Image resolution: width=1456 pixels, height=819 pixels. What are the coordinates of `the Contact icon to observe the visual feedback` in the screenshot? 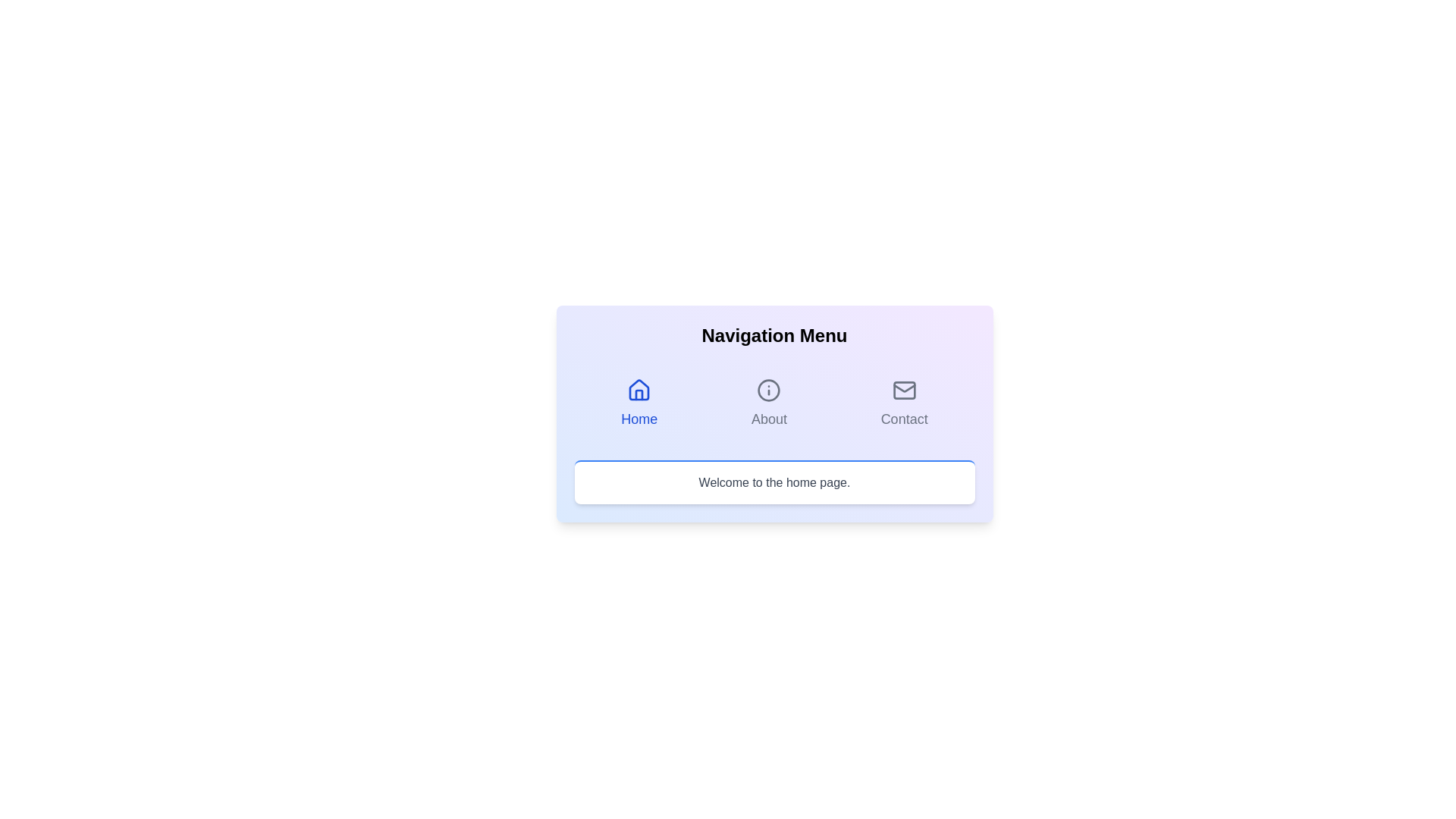 It's located at (904, 390).